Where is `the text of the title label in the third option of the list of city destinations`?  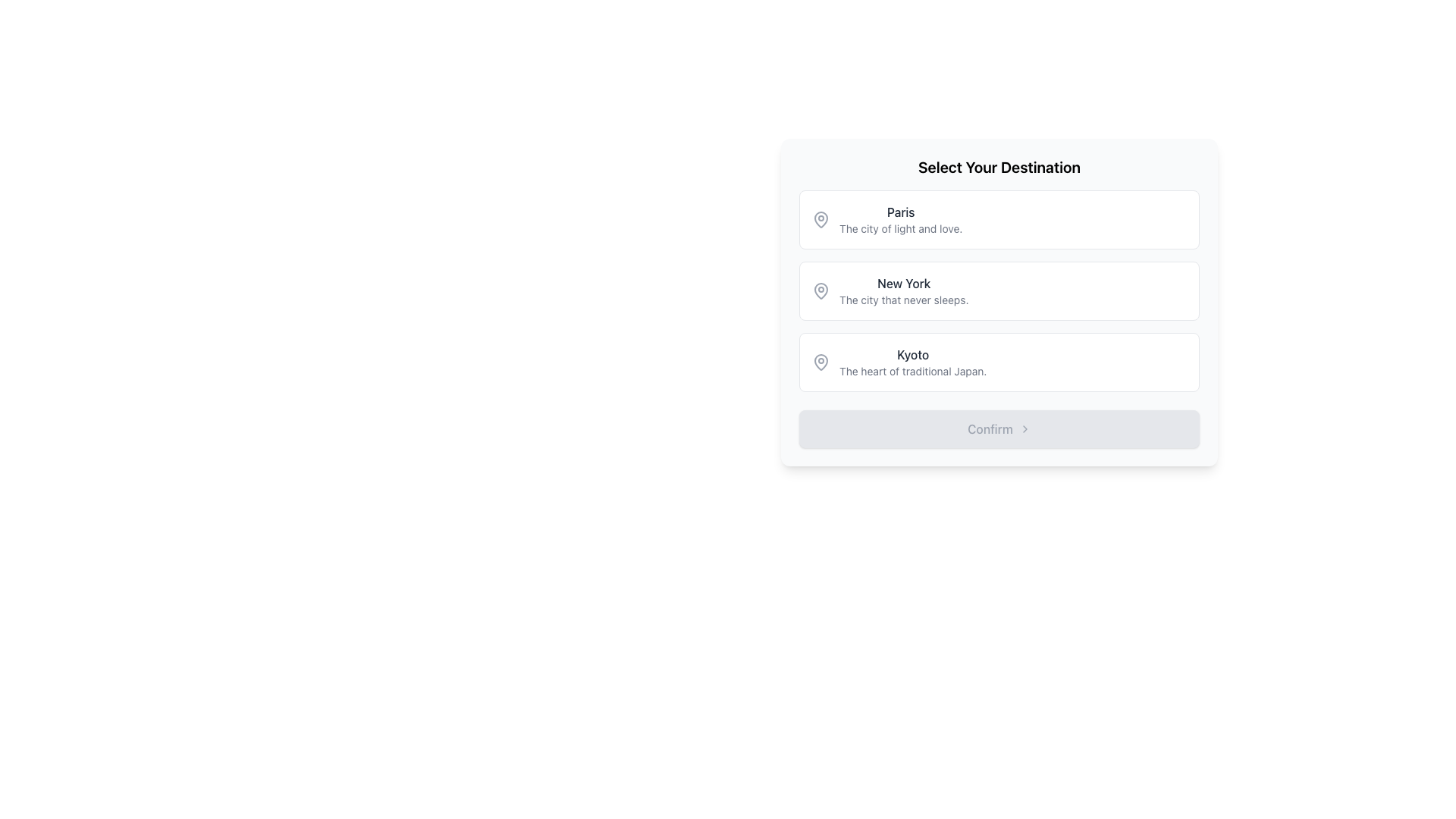 the text of the title label in the third option of the list of city destinations is located at coordinates (912, 354).